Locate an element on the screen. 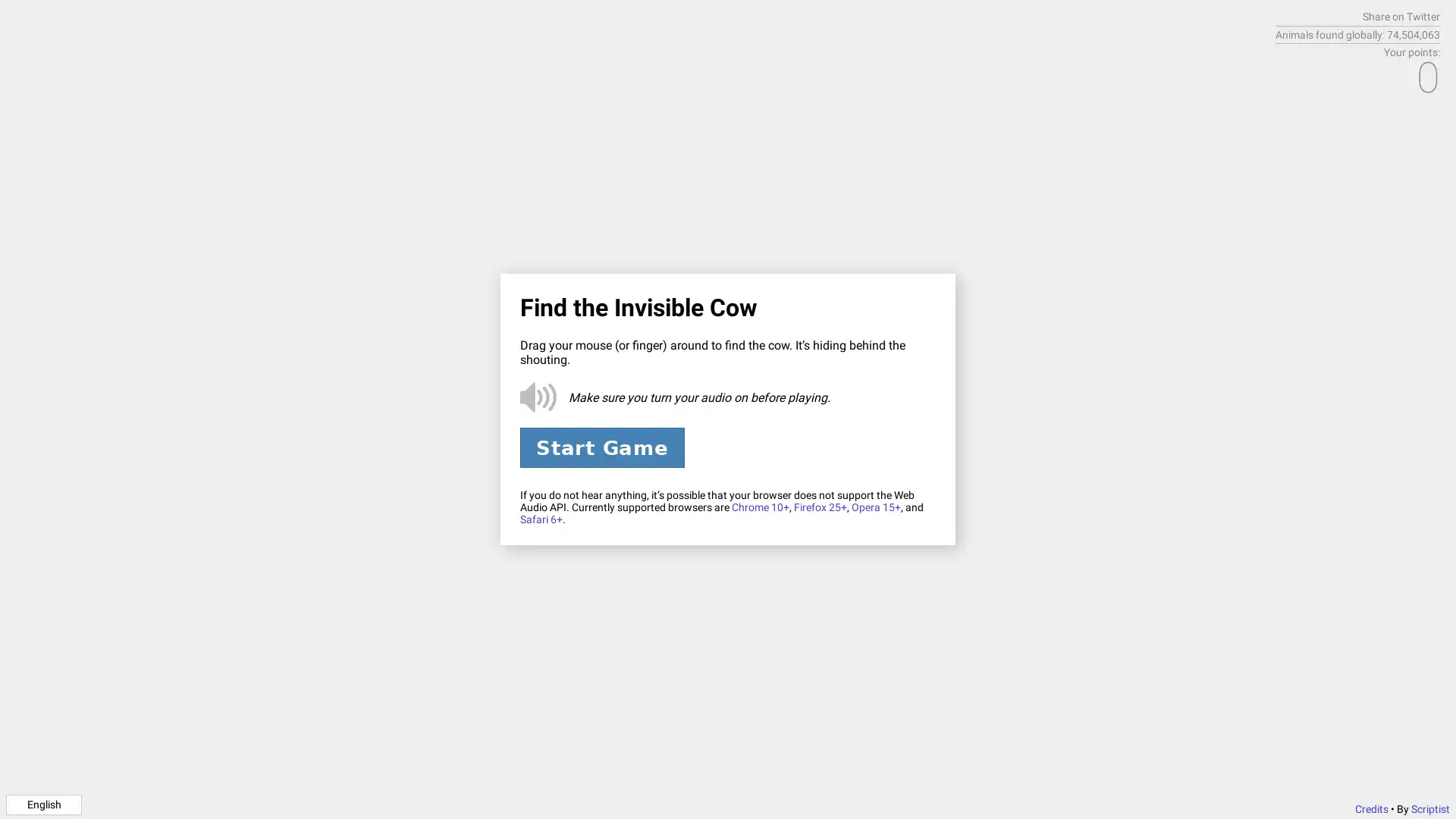  English is located at coordinates (43, 803).